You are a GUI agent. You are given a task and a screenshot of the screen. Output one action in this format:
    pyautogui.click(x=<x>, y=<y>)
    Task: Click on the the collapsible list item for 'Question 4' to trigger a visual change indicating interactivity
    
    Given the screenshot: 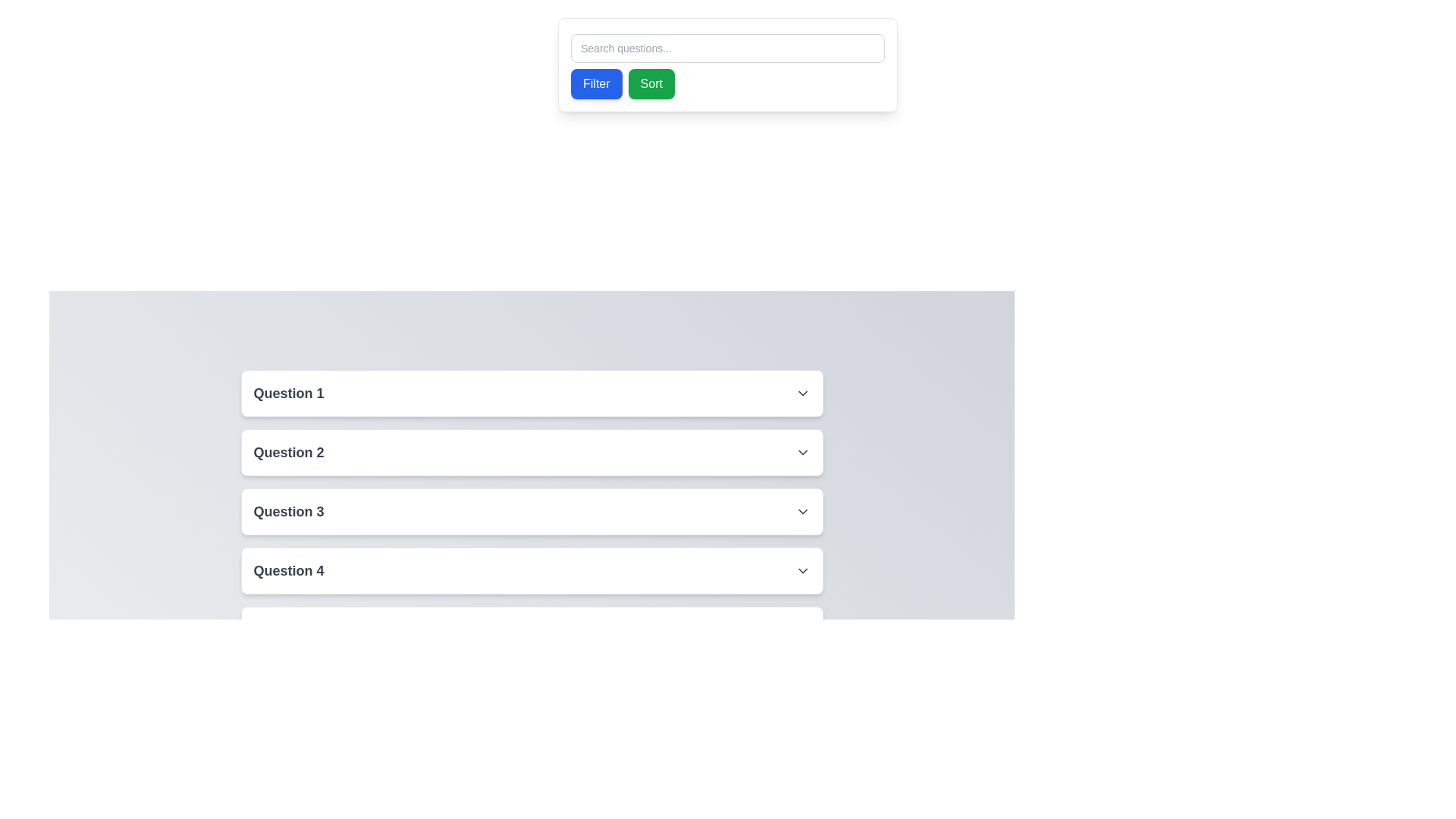 What is the action you would take?
    pyautogui.click(x=532, y=570)
    